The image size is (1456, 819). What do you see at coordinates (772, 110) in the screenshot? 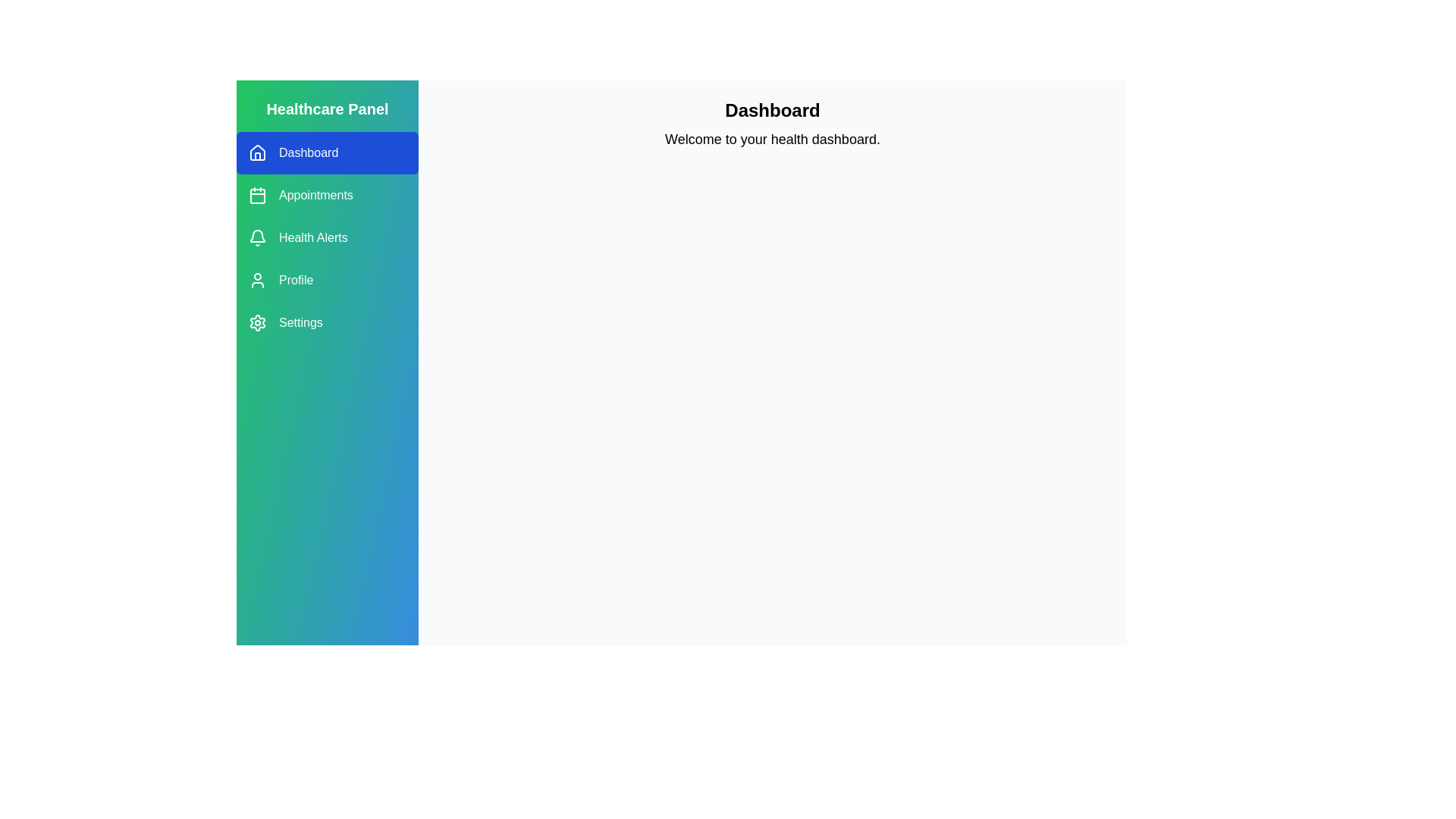
I see `prominent header text labeled 'Dashboard', which is styled with large, bold black text and centrally aligned at the top of the section` at bounding box center [772, 110].